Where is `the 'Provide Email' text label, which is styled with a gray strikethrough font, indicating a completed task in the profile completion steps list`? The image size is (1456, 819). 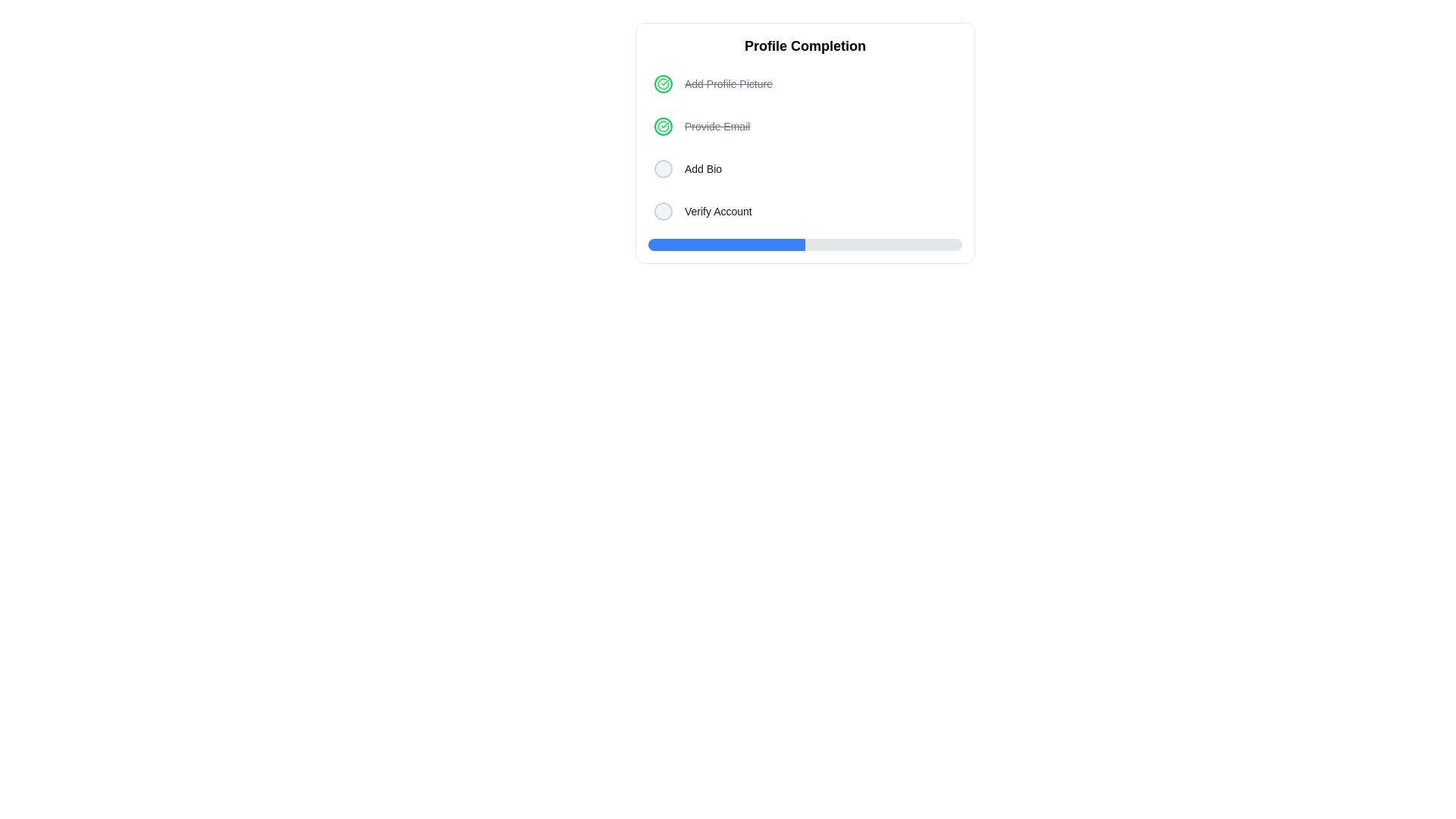 the 'Provide Email' text label, which is styled with a gray strikethrough font, indicating a completed task in the profile completion steps list is located at coordinates (717, 125).